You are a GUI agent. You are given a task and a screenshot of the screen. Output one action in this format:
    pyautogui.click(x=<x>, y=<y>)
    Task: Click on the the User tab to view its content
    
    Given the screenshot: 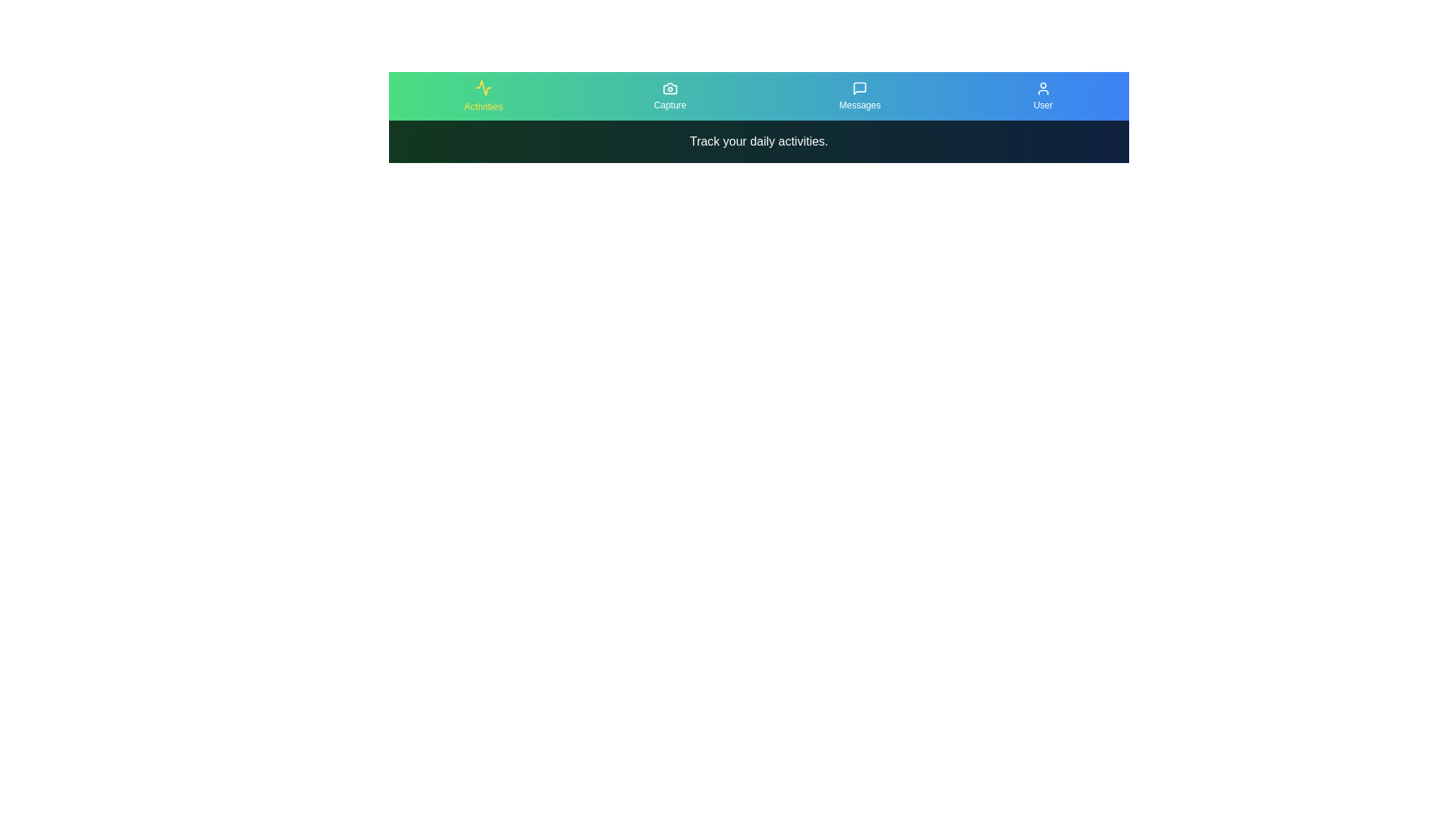 What is the action you would take?
    pyautogui.click(x=1041, y=96)
    